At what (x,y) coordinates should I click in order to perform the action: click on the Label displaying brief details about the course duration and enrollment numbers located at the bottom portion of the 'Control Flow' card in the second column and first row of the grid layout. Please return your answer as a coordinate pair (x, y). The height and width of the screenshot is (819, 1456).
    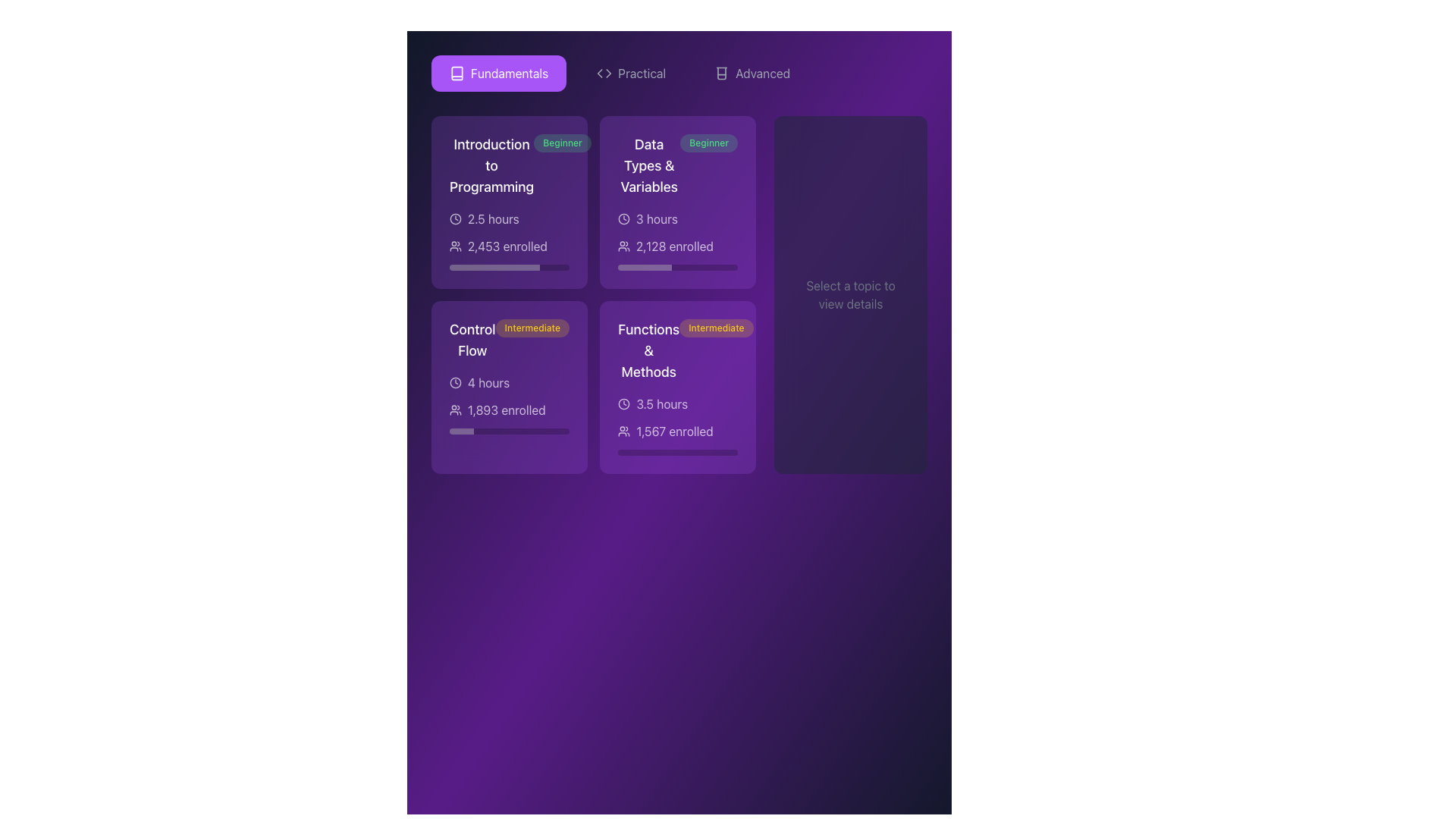
    Looking at the image, I should click on (510, 403).